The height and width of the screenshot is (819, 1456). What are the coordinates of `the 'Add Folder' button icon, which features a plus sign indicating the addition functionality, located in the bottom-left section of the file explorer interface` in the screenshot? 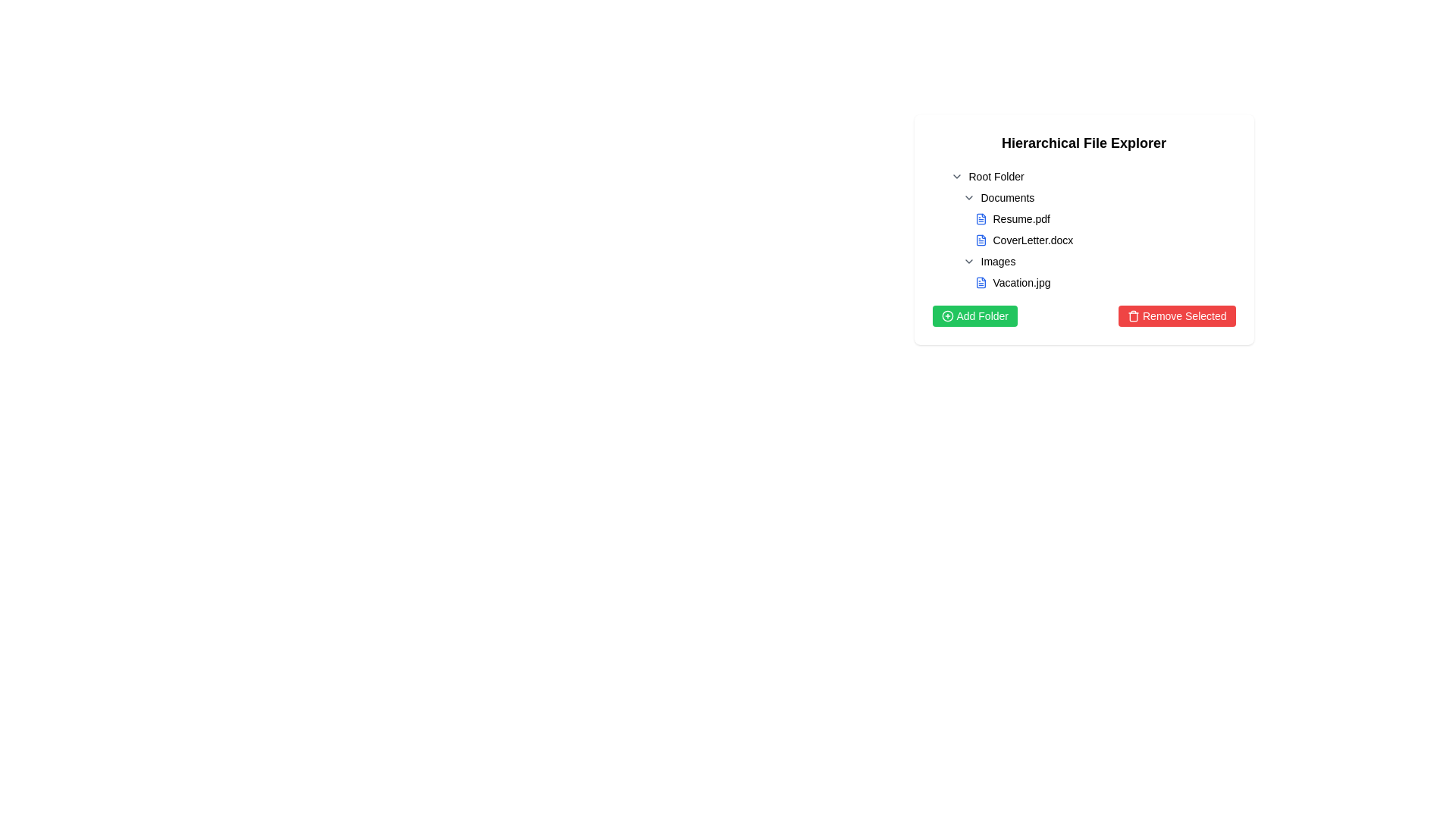 It's located at (946, 315).